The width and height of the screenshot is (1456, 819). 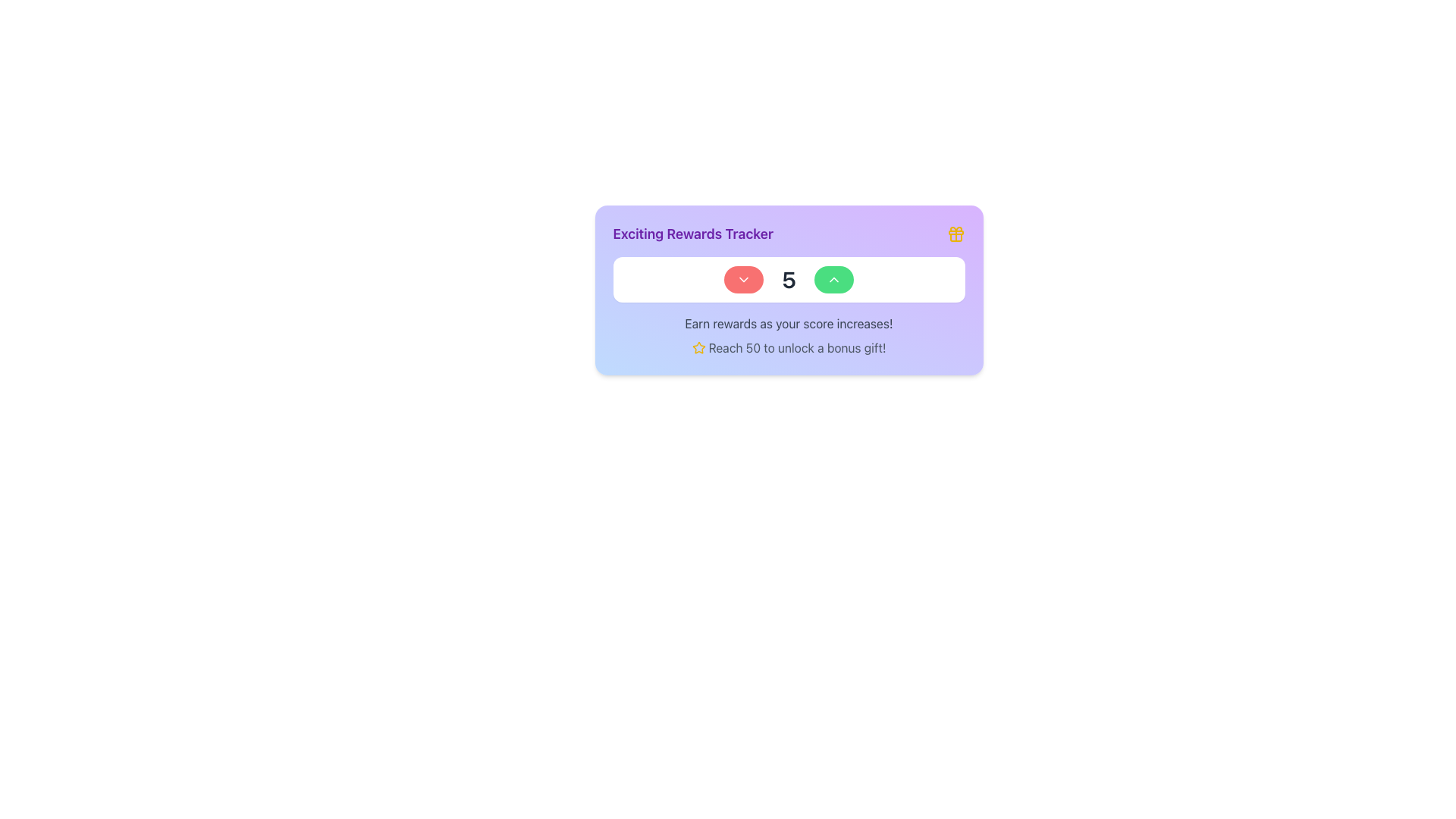 I want to click on the button that decreases the score, located to the left of the number '5' in the 'Exciting Rewards Tracker' section, so click(x=744, y=280).